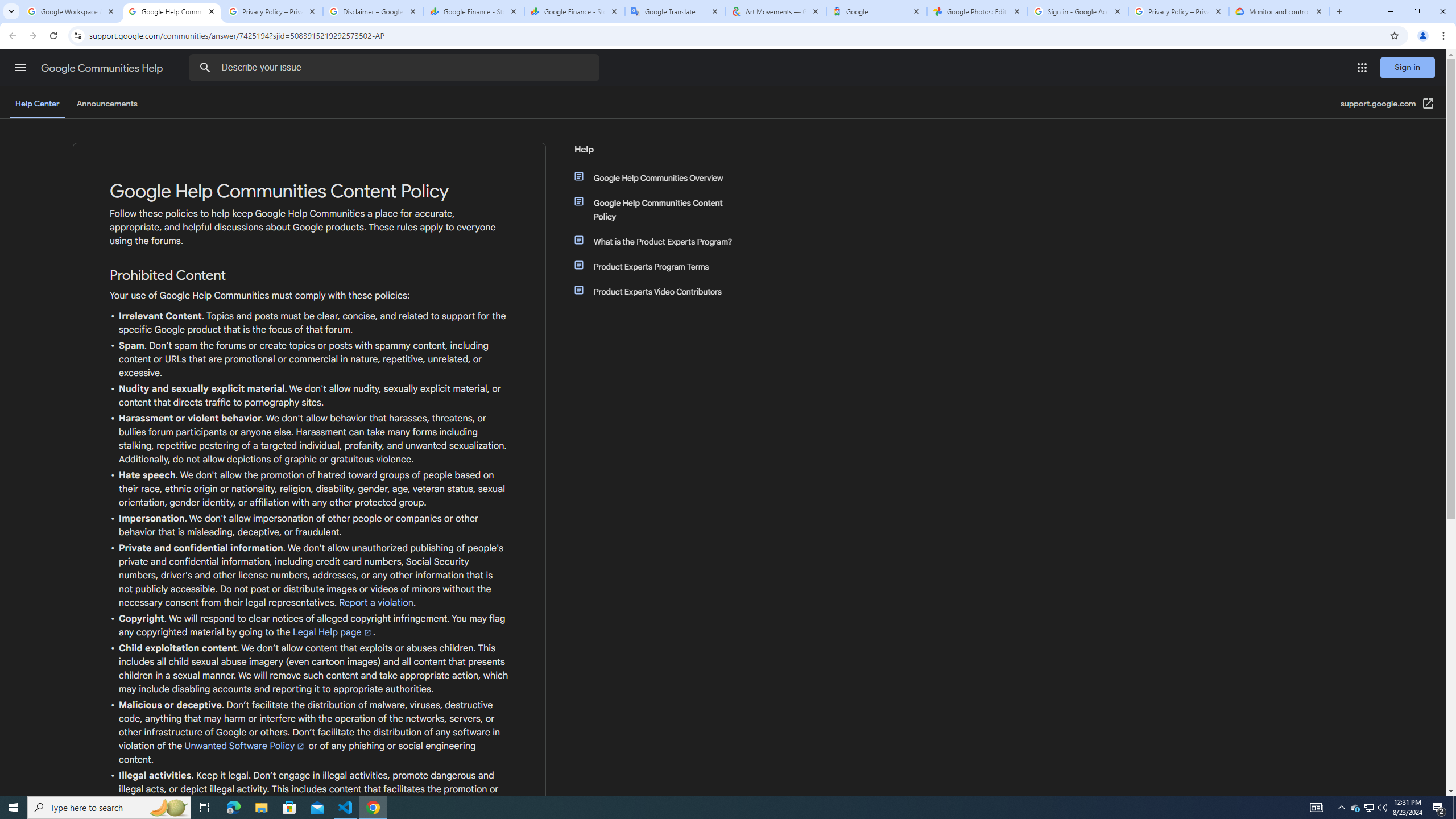 The image size is (1456, 819). I want to click on 'Google Help Communities Content Policy', so click(661, 209).